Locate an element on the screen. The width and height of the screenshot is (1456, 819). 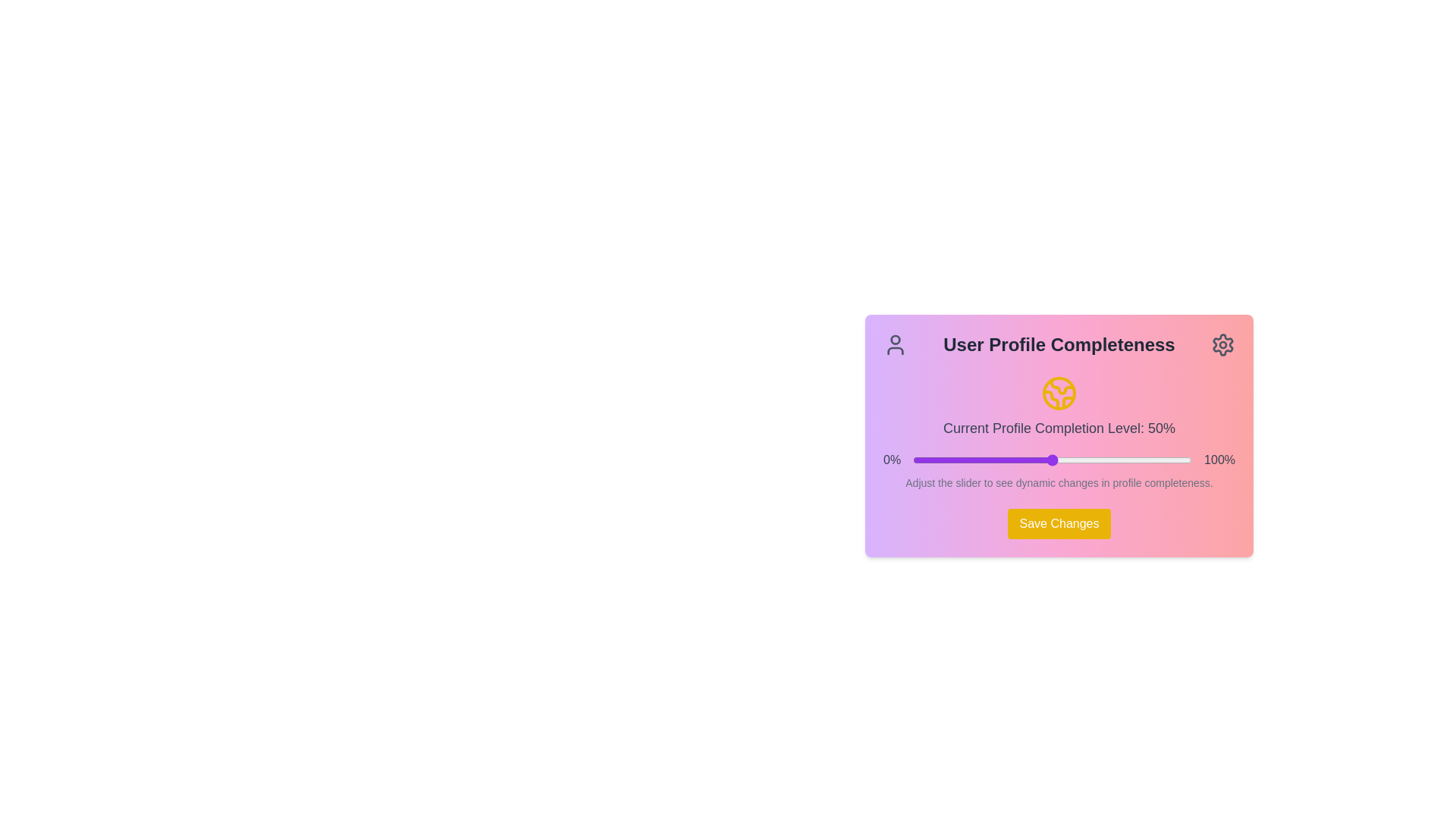
the profile completeness level is located at coordinates (991, 459).